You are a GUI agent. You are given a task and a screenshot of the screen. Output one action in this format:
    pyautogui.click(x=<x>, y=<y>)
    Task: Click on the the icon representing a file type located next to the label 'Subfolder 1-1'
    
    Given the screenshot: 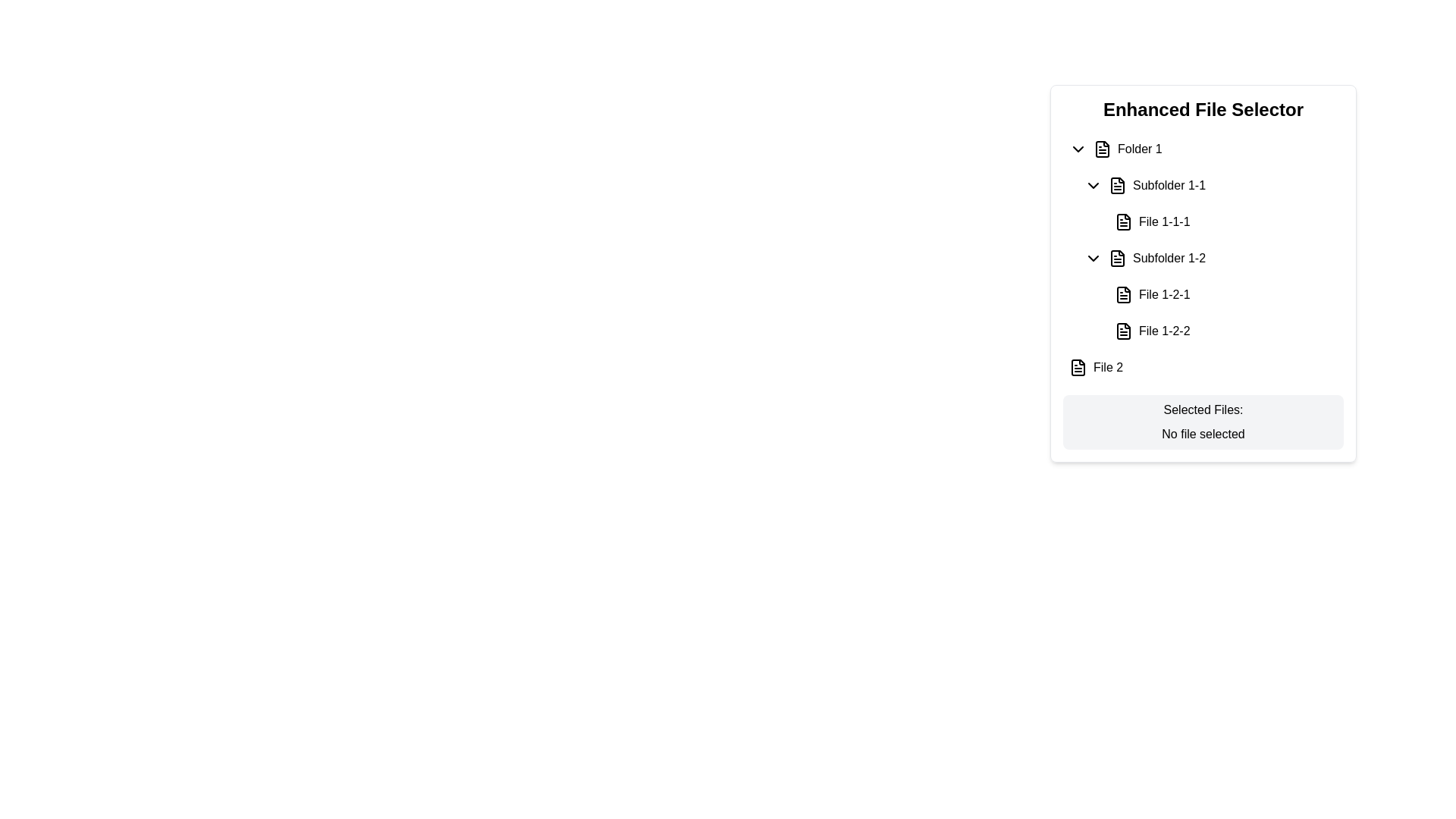 What is the action you would take?
    pyautogui.click(x=1117, y=185)
    